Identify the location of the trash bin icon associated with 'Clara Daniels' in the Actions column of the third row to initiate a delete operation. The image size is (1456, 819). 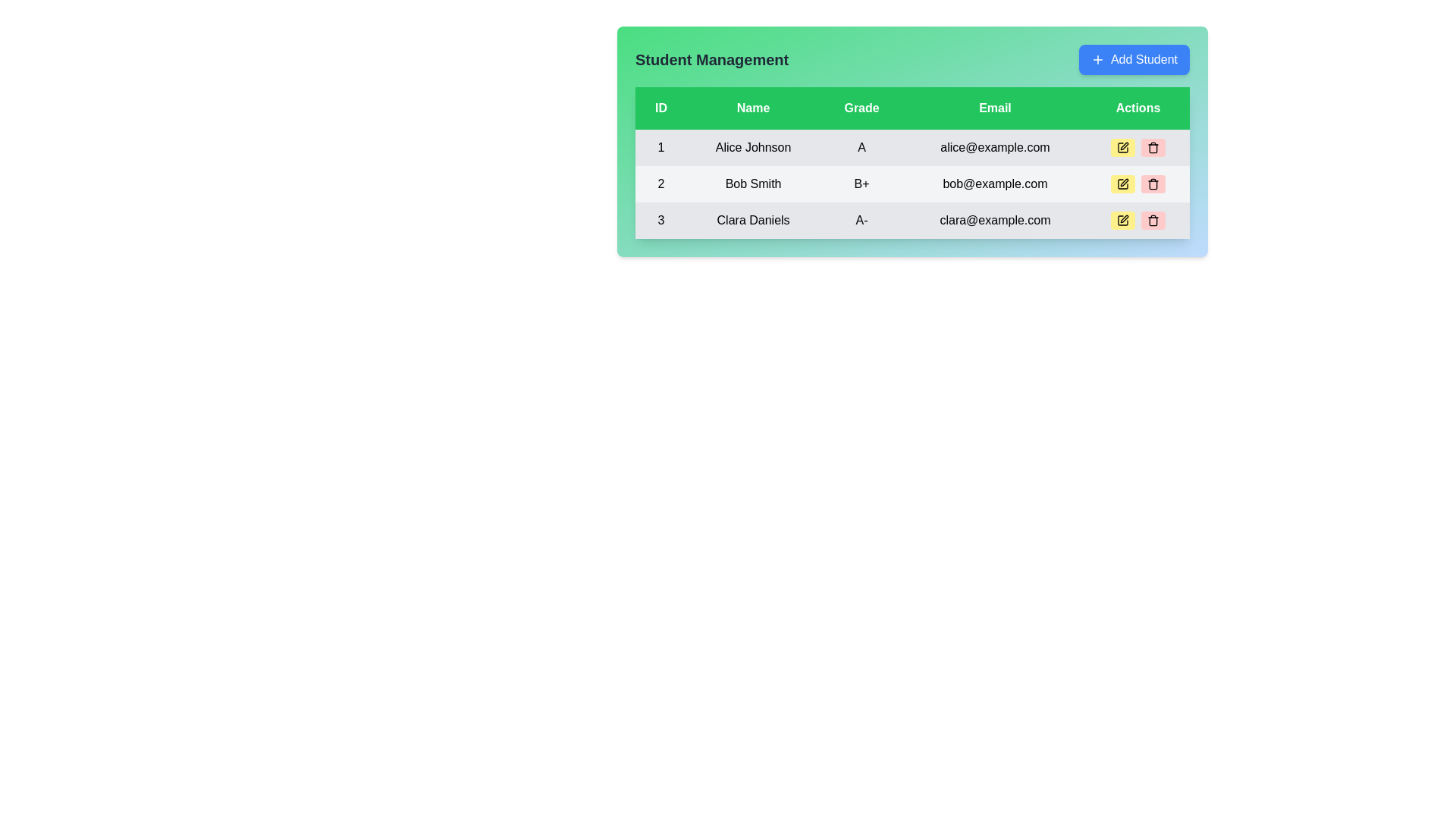
(1153, 149).